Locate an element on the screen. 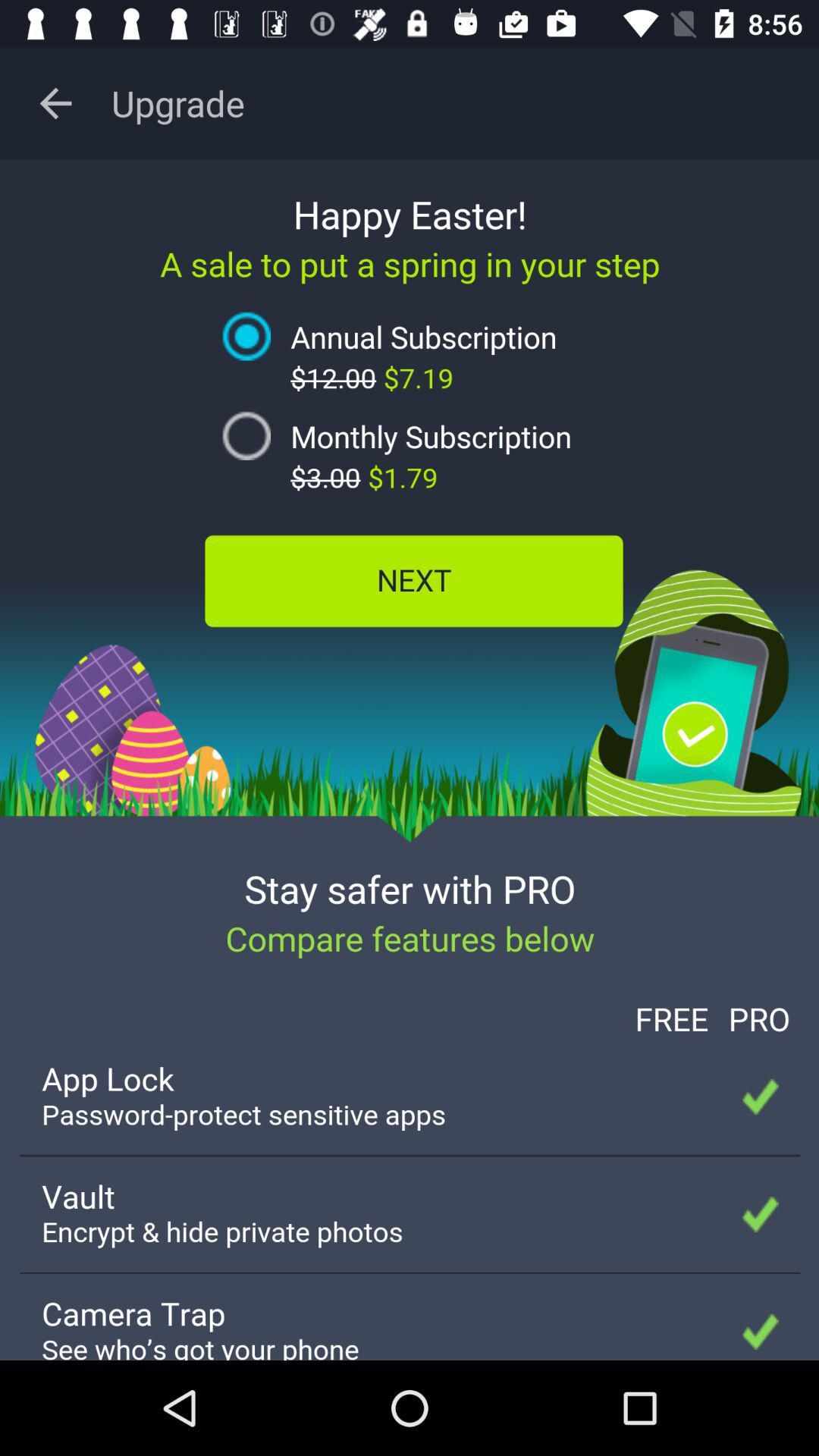 The height and width of the screenshot is (1456, 819). go back is located at coordinates (55, 102).